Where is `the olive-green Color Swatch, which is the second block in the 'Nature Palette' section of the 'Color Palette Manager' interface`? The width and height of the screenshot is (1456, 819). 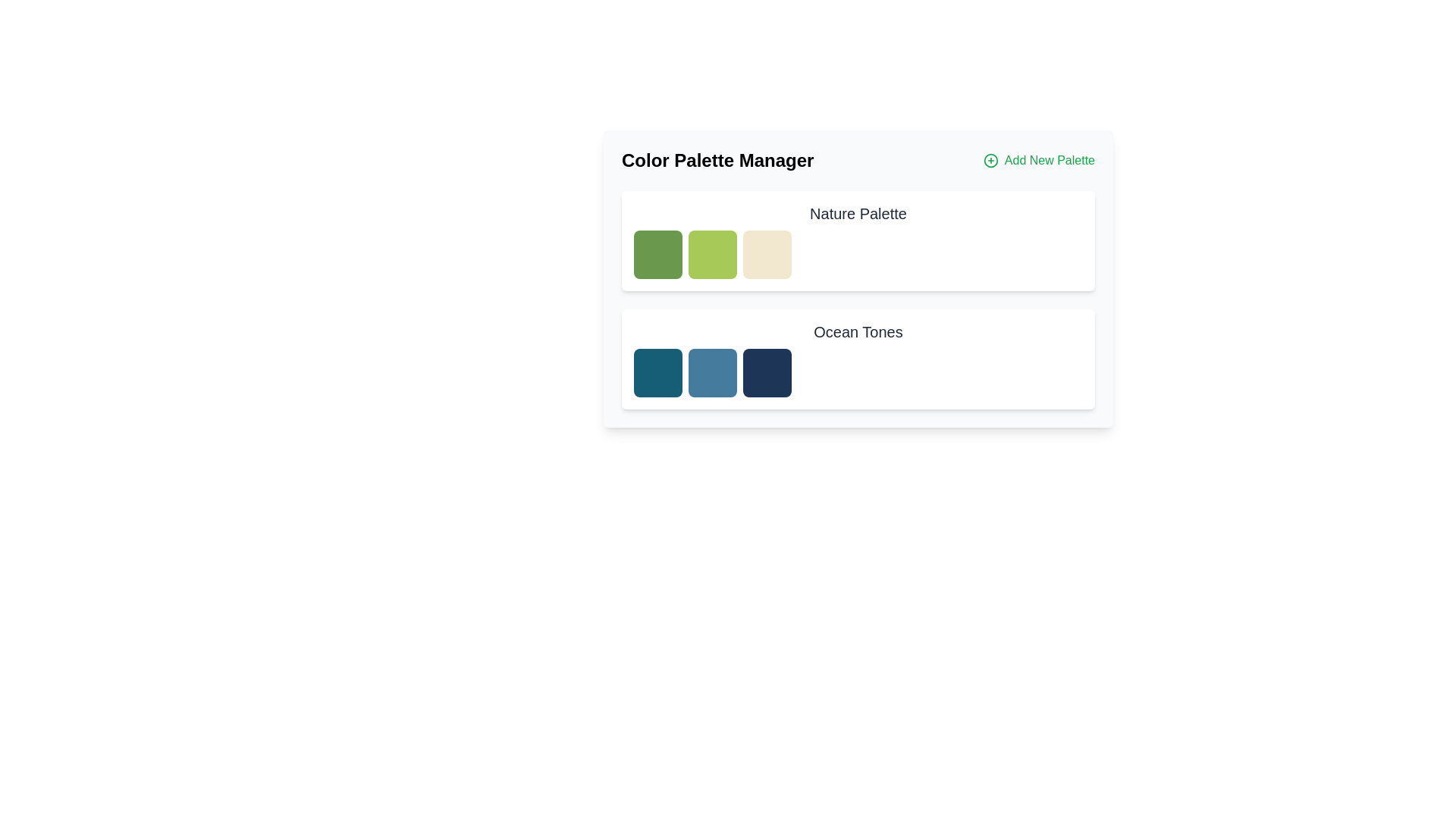
the olive-green Color Swatch, which is the second block in the 'Nature Palette' section of the 'Color Palette Manager' interface is located at coordinates (712, 253).